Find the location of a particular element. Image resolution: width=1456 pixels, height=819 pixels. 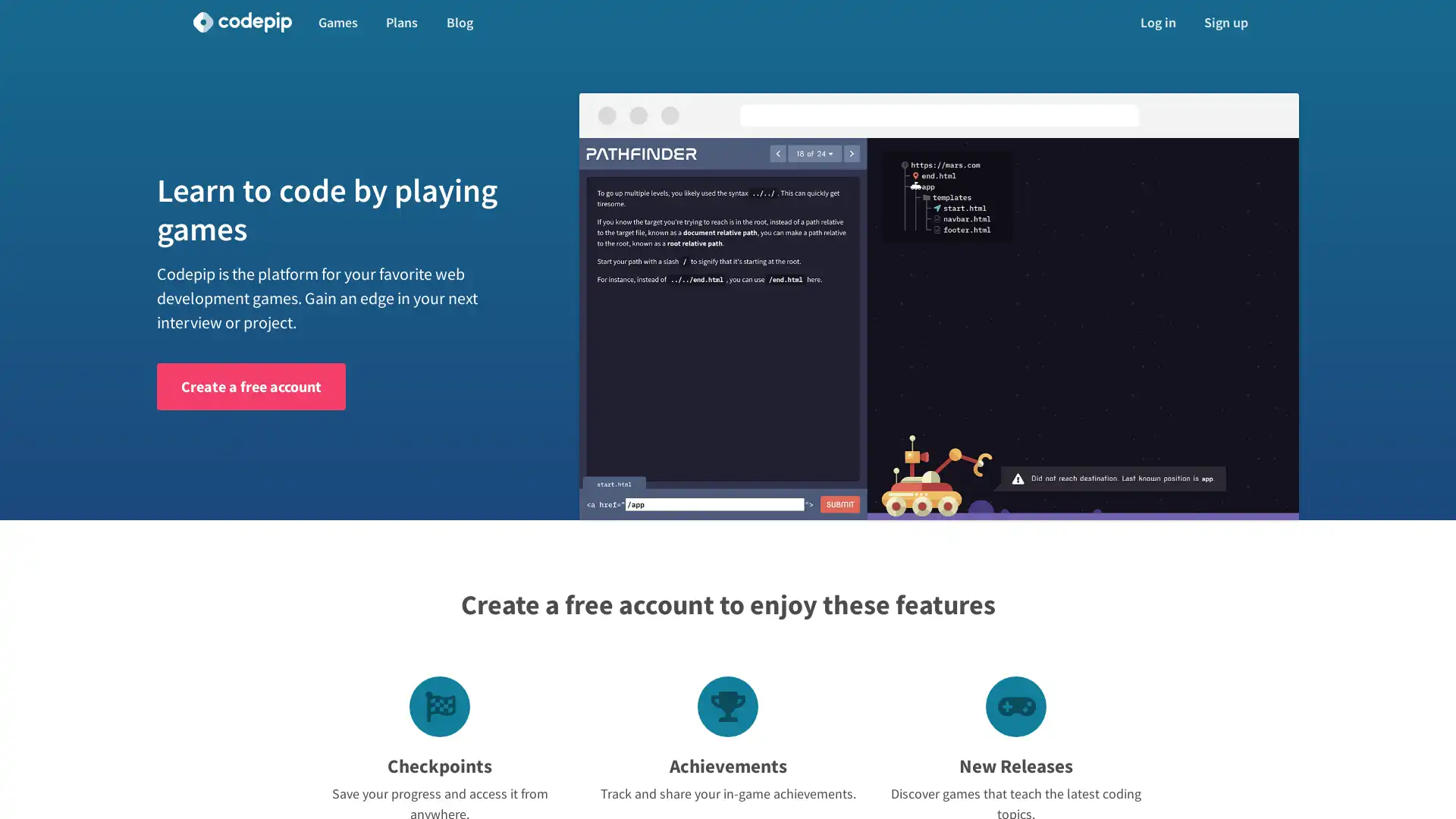

Next is located at coordinates (1244, 328).